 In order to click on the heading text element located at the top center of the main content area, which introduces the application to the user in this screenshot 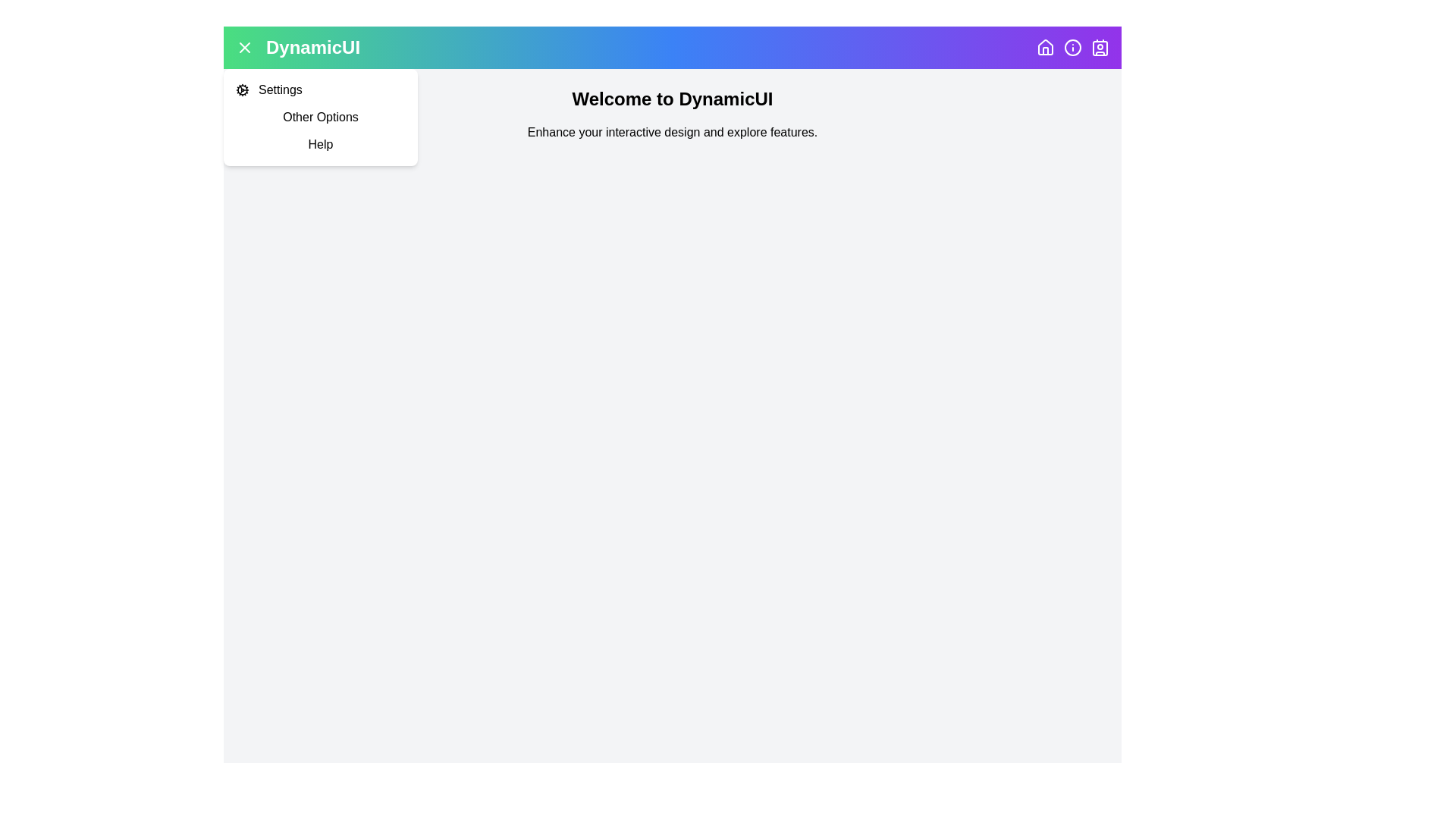, I will do `click(672, 99)`.